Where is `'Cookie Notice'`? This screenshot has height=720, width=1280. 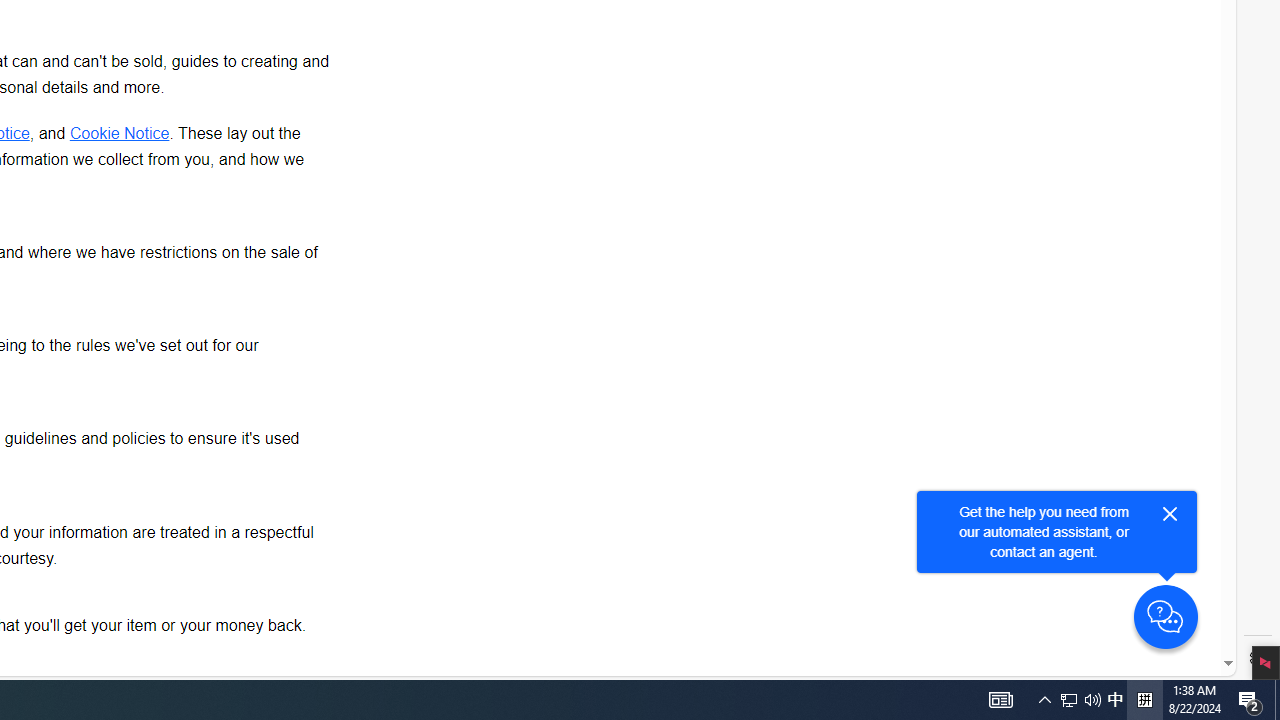
'Cookie Notice' is located at coordinates (118, 132).